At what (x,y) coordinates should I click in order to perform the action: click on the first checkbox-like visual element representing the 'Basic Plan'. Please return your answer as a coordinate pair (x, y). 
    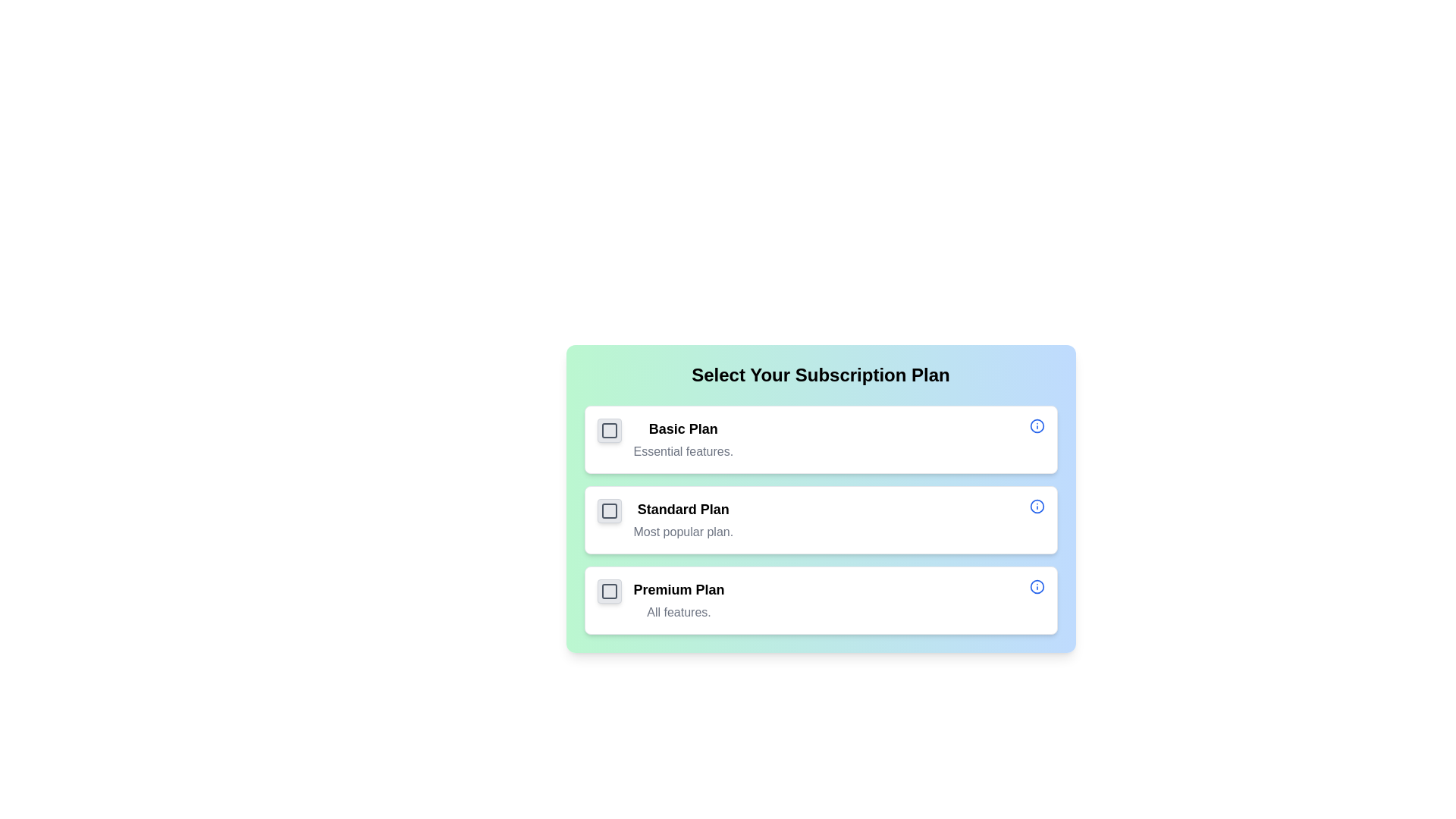
    Looking at the image, I should click on (609, 430).